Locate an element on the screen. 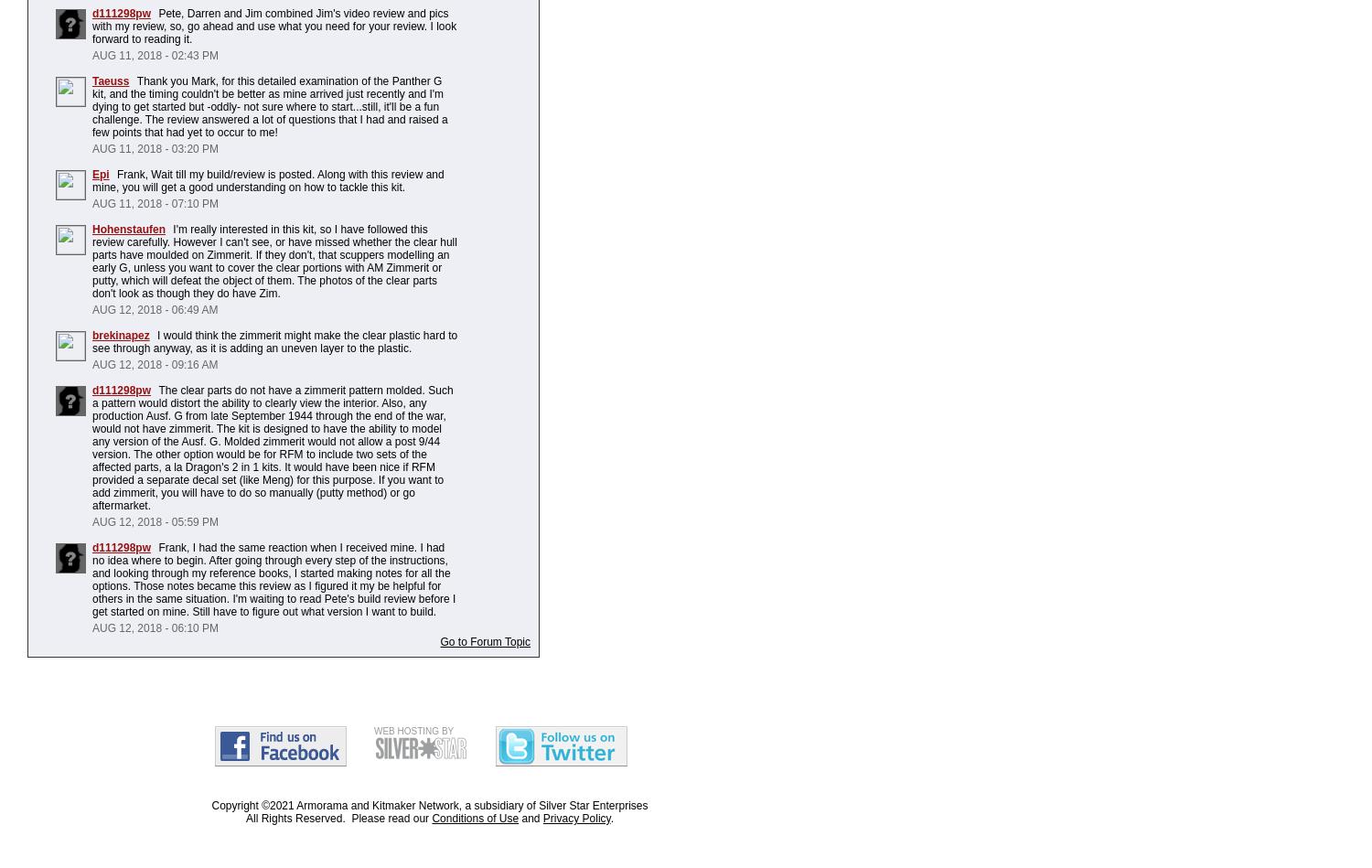 The image size is (1372, 868). 'Frank,
I had the same reaction when I received mine. I had no idea where to begin. After going through every step of the instructions, and looking through my reference books, I started making notes for all the options. Those notes became this review as I figured it my be helpful for others in the same situation.

I'm waiting to read Pete's build review before I get started on mine. Still have to figure out what version I want to build.' is located at coordinates (91, 580).